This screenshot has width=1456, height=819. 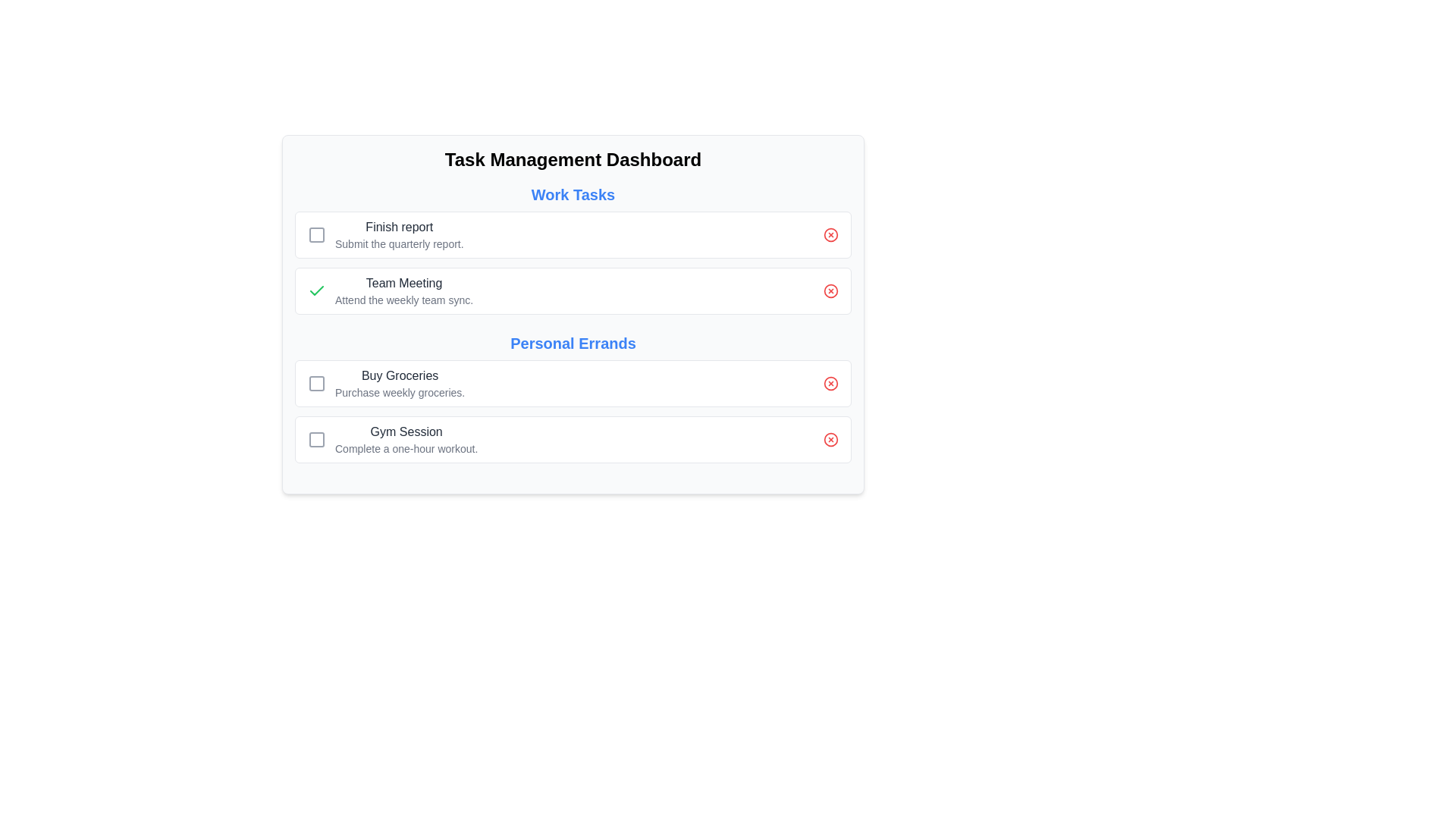 What do you see at coordinates (406, 432) in the screenshot?
I see `the 'Gym Session' text label, which is a semi-bold gray label positioned in the 'Personal Errands' section, located below 'Buy Groceries' and above 'Complete a one-hour workout'` at bounding box center [406, 432].